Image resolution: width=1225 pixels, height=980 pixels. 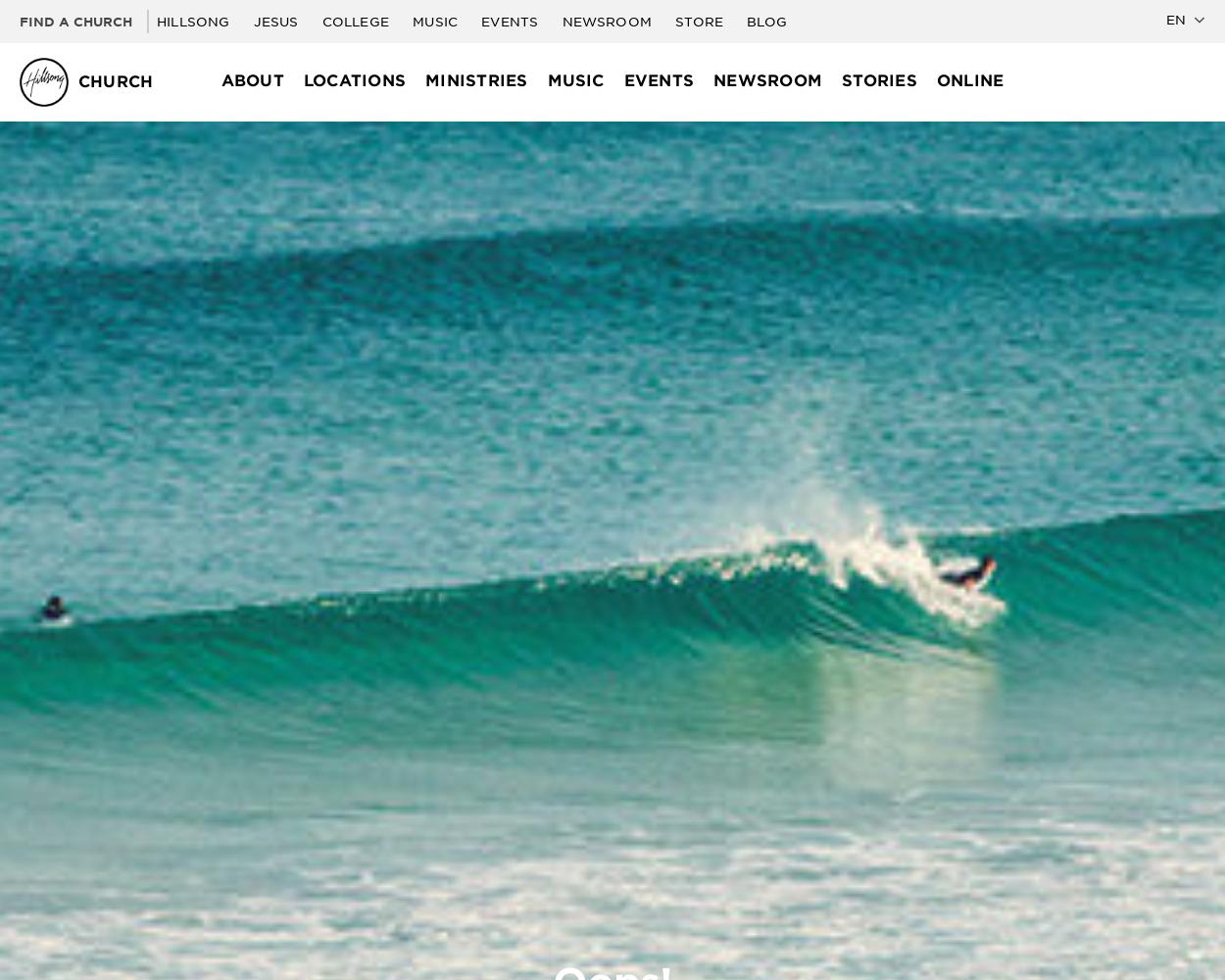 What do you see at coordinates (700, 22) in the screenshot?
I see `'Store'` at bounding box center [700, 22].